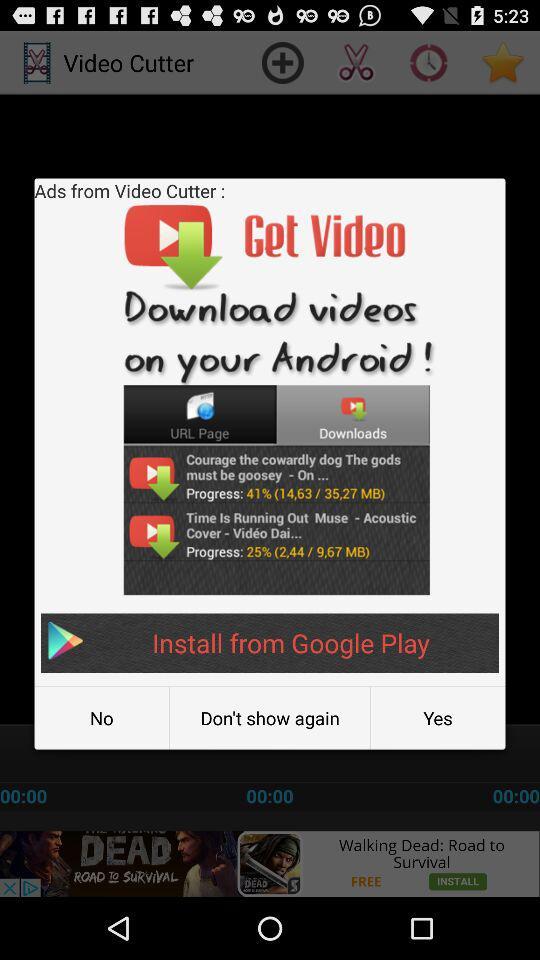 The image size is (540, 960). What do you see at coordinates (100, 718) in the screenshot?
I see `the icon at the bottom left corner` at bounding box center [100, 718].